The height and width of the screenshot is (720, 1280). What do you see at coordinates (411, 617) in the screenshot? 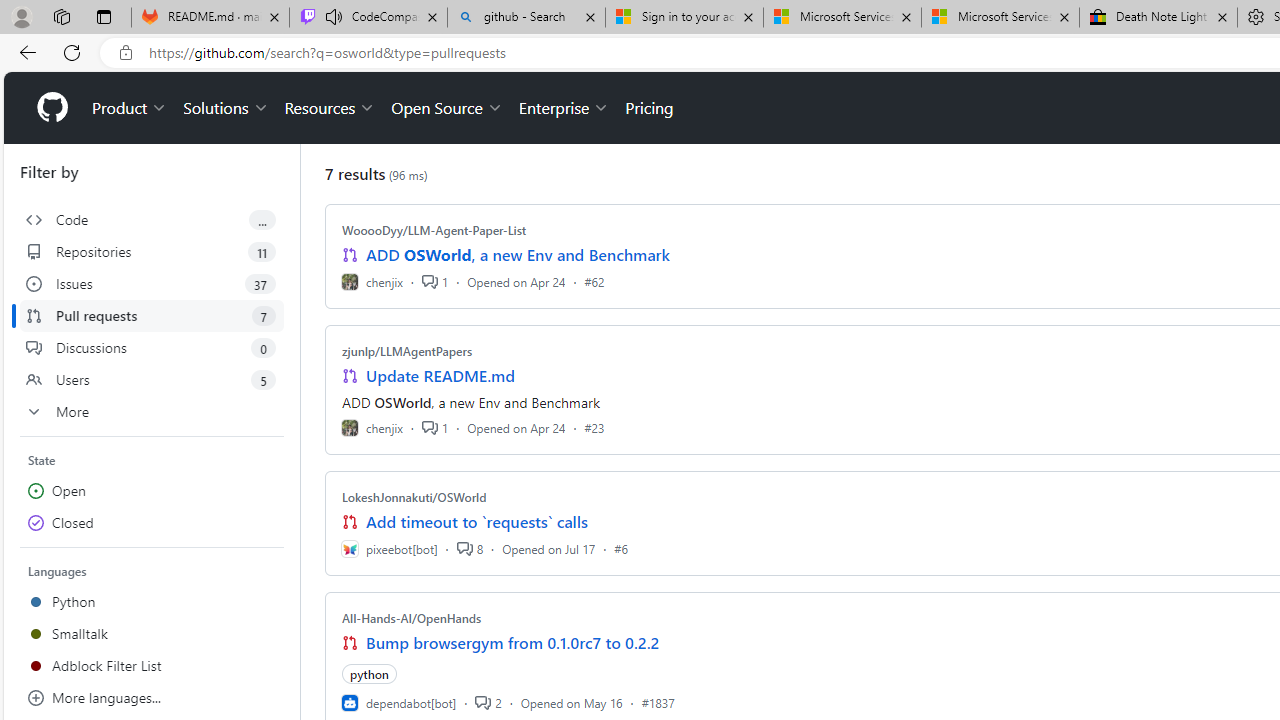
I see `'All-Hands-AI/OpenHands'` at bounding box center [411, 617].